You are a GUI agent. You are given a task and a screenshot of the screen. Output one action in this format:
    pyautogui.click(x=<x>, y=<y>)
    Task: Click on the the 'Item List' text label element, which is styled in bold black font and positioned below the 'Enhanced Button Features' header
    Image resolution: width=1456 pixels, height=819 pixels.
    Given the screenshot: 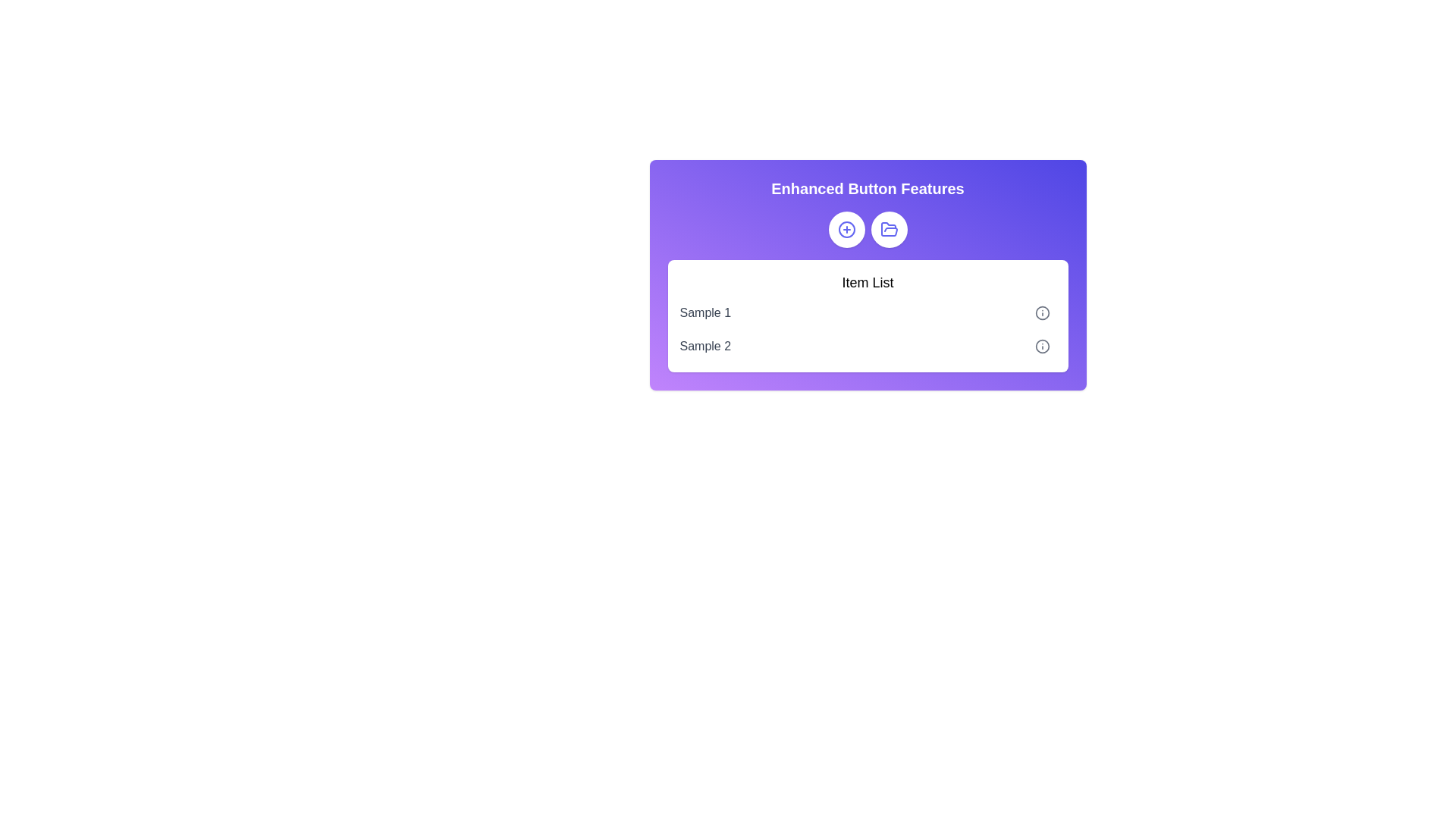 What is the action you would take?
    pyautogui.click(x=868, y=283)
    